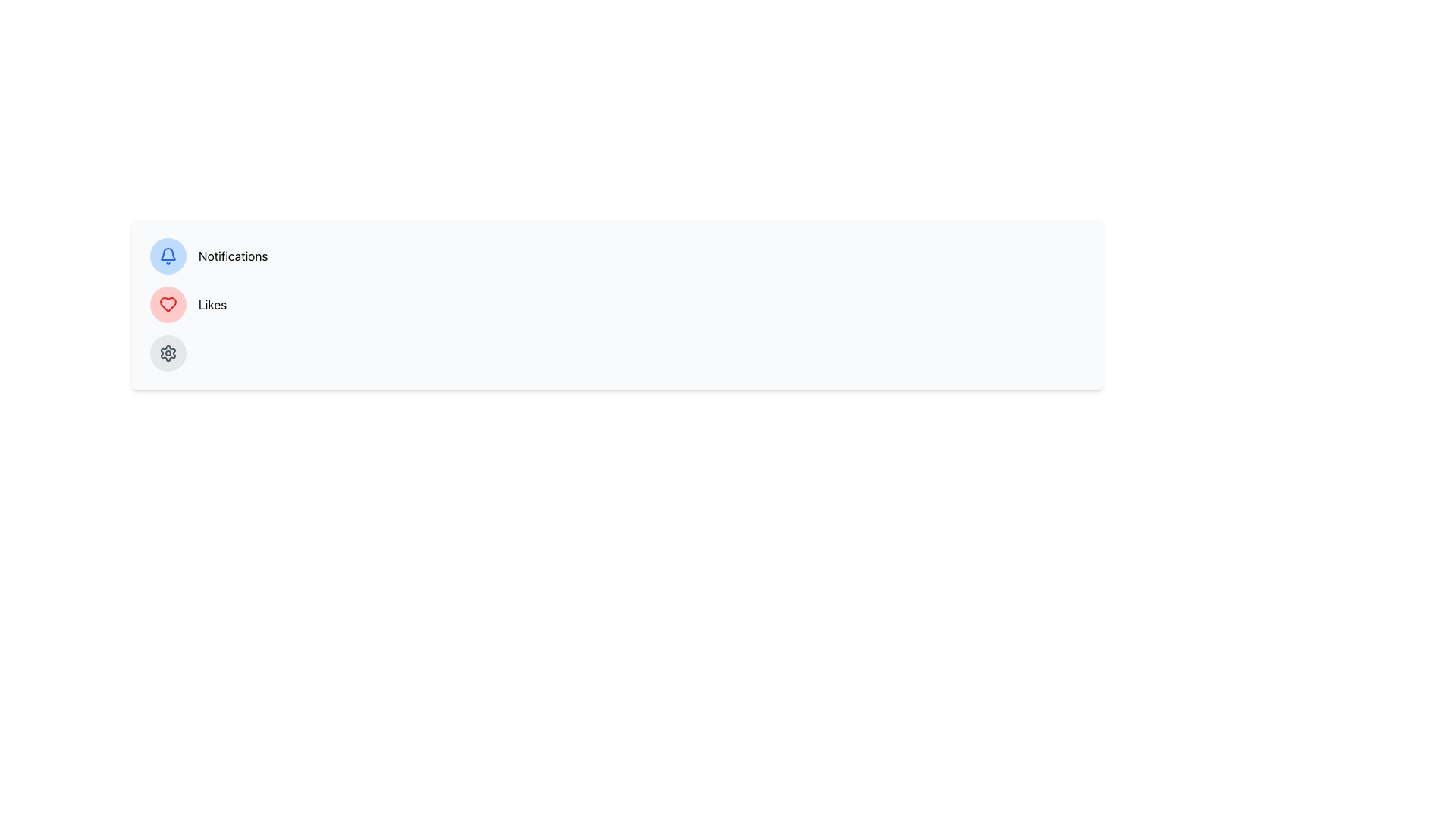 Image resolution: width=1456 pixels, height=819 pixels. What do you see at coordinates (168, 256) in the screenshot?
I see `the button located to the left of the 'Notifications' label` at bounding box center [168, 256].